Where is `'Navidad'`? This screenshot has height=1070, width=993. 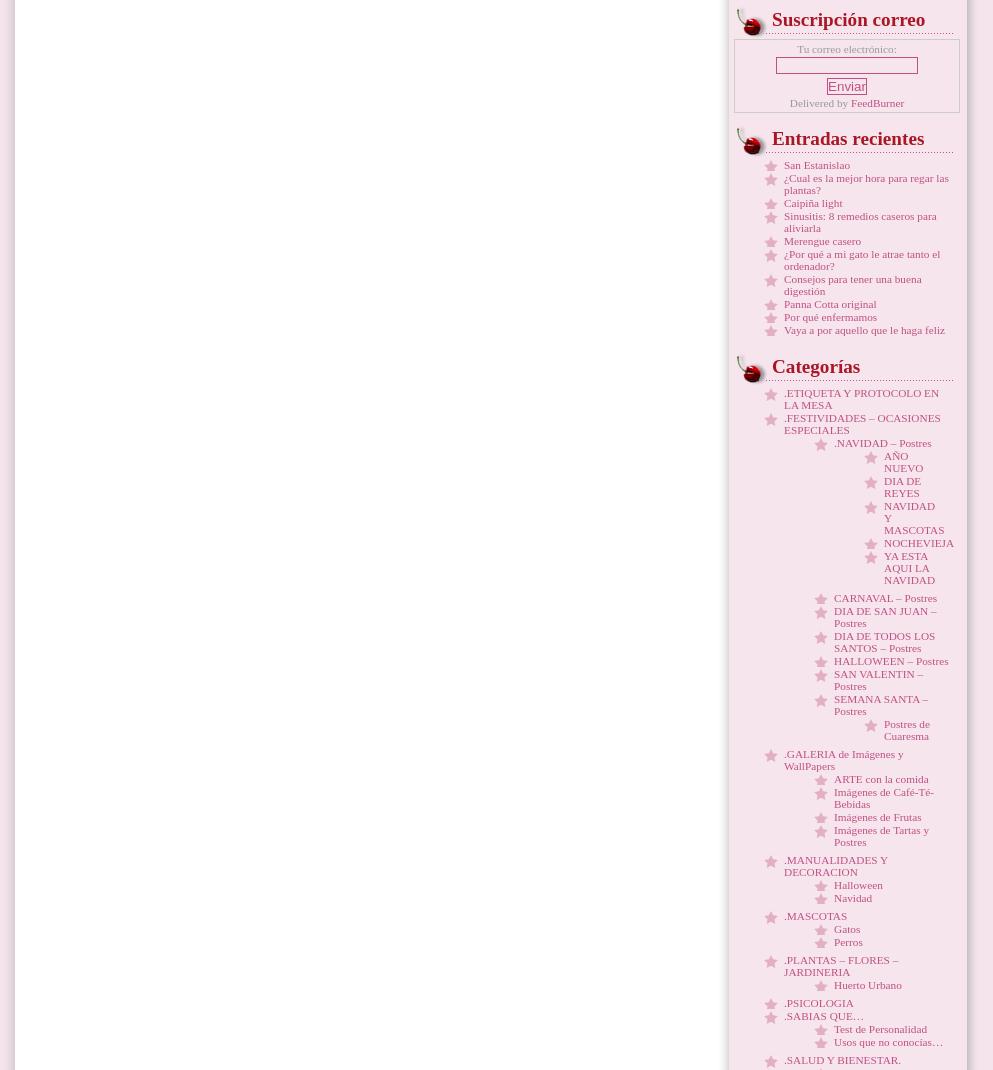
'Navidad' is located at coordinates (834, 897).